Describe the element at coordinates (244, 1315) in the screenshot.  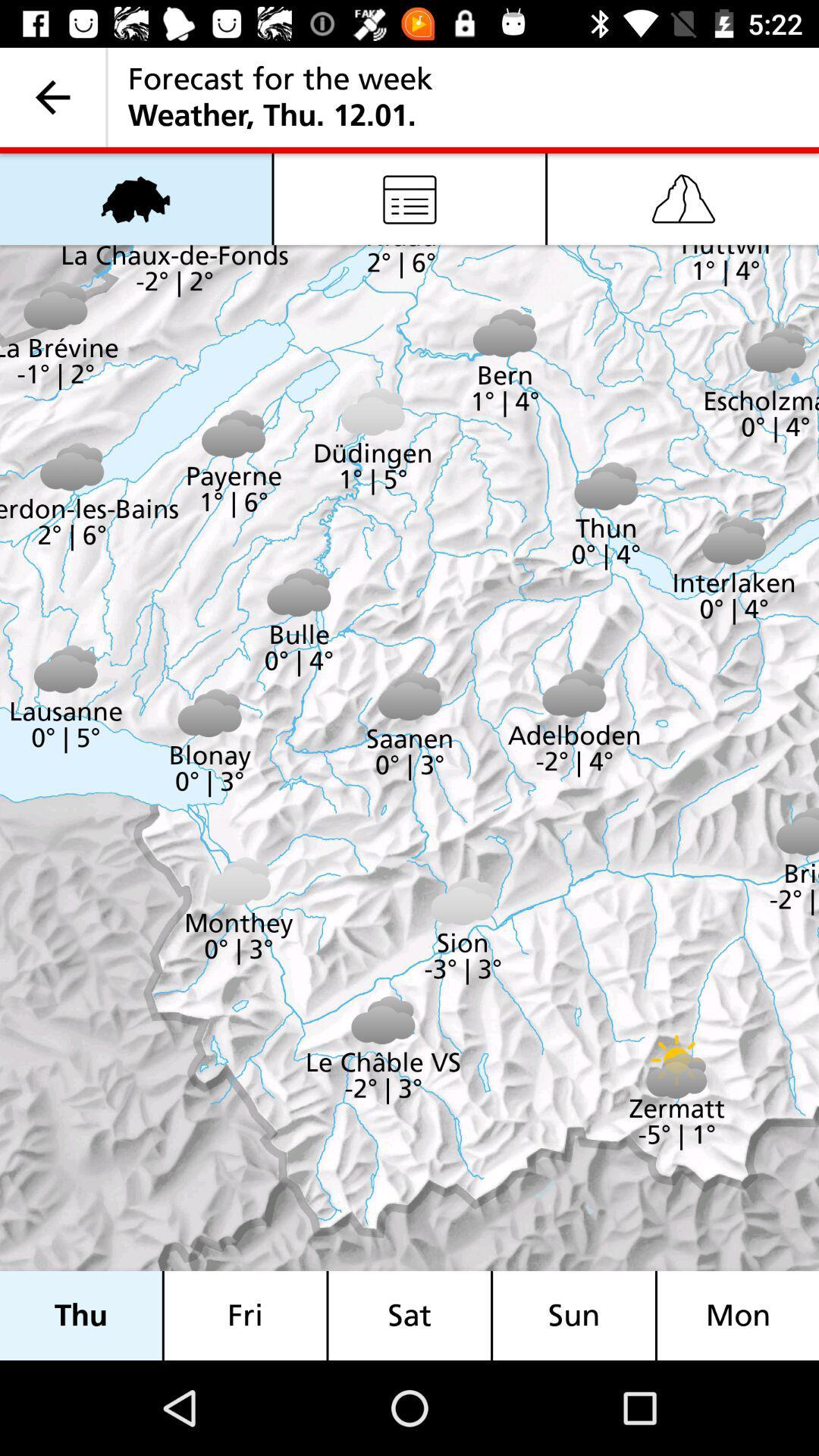
I see `fri icon` at that location.